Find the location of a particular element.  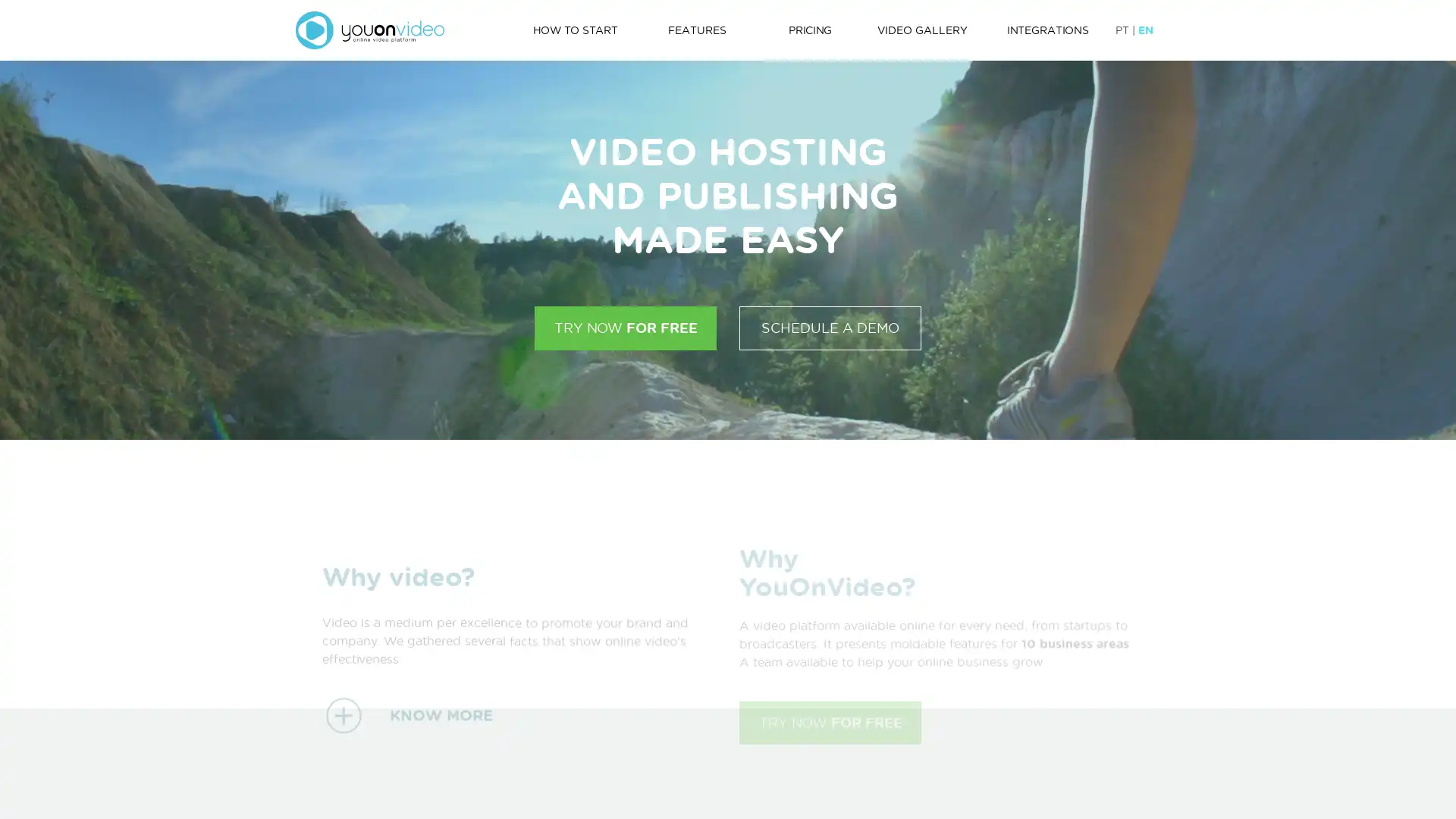

TRY NOW FOR FREE is located at coordinates (626, 327).